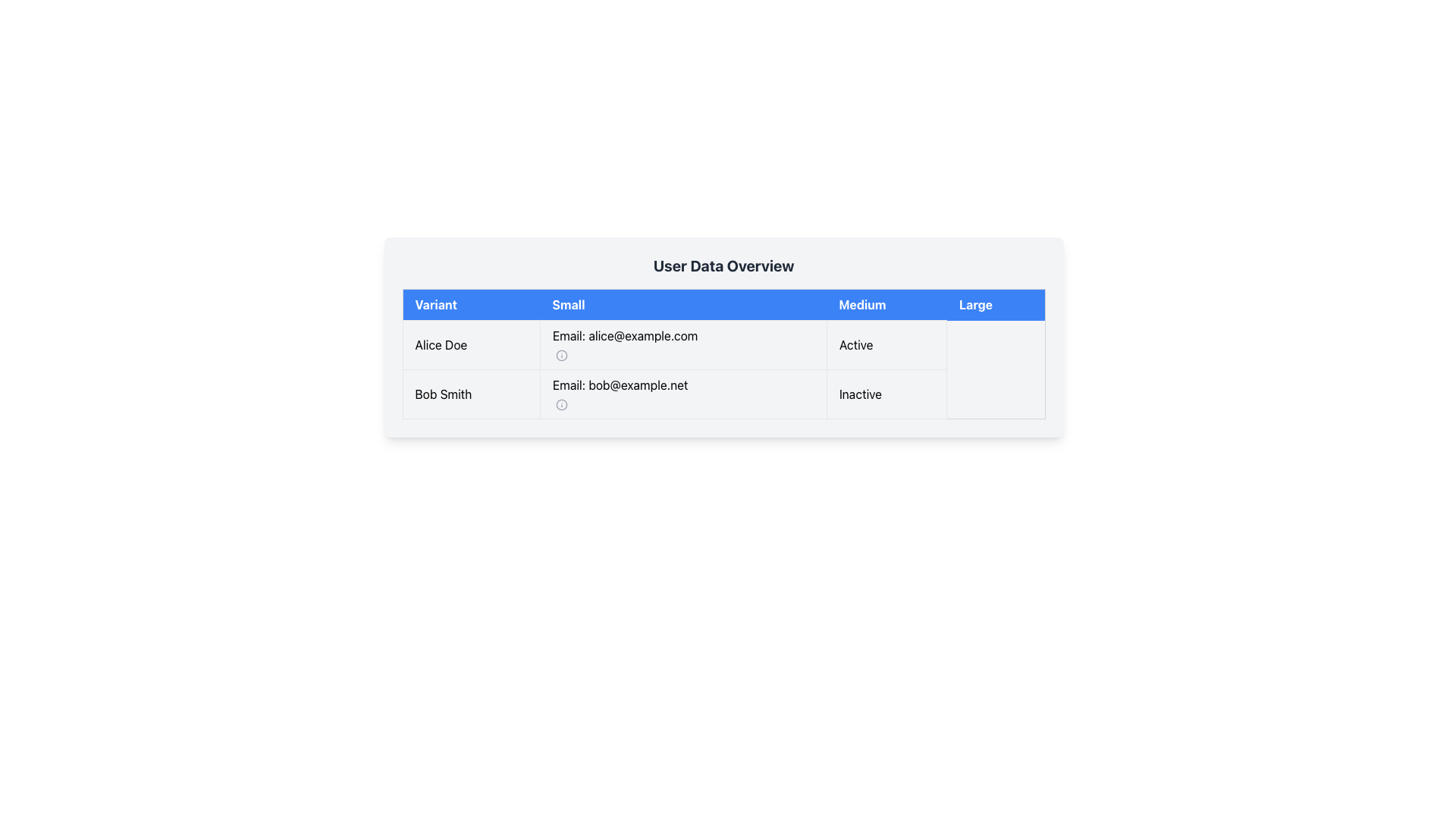 The width and height of the screenshot is (1456, 819). Describe the element at coordinates (682, 345) in the screenshot. I see `the text node displaying 'Email: alice@example.com', which is located in the second cell of the first row of a table layout, positioned under the 'Small' header` at that location.